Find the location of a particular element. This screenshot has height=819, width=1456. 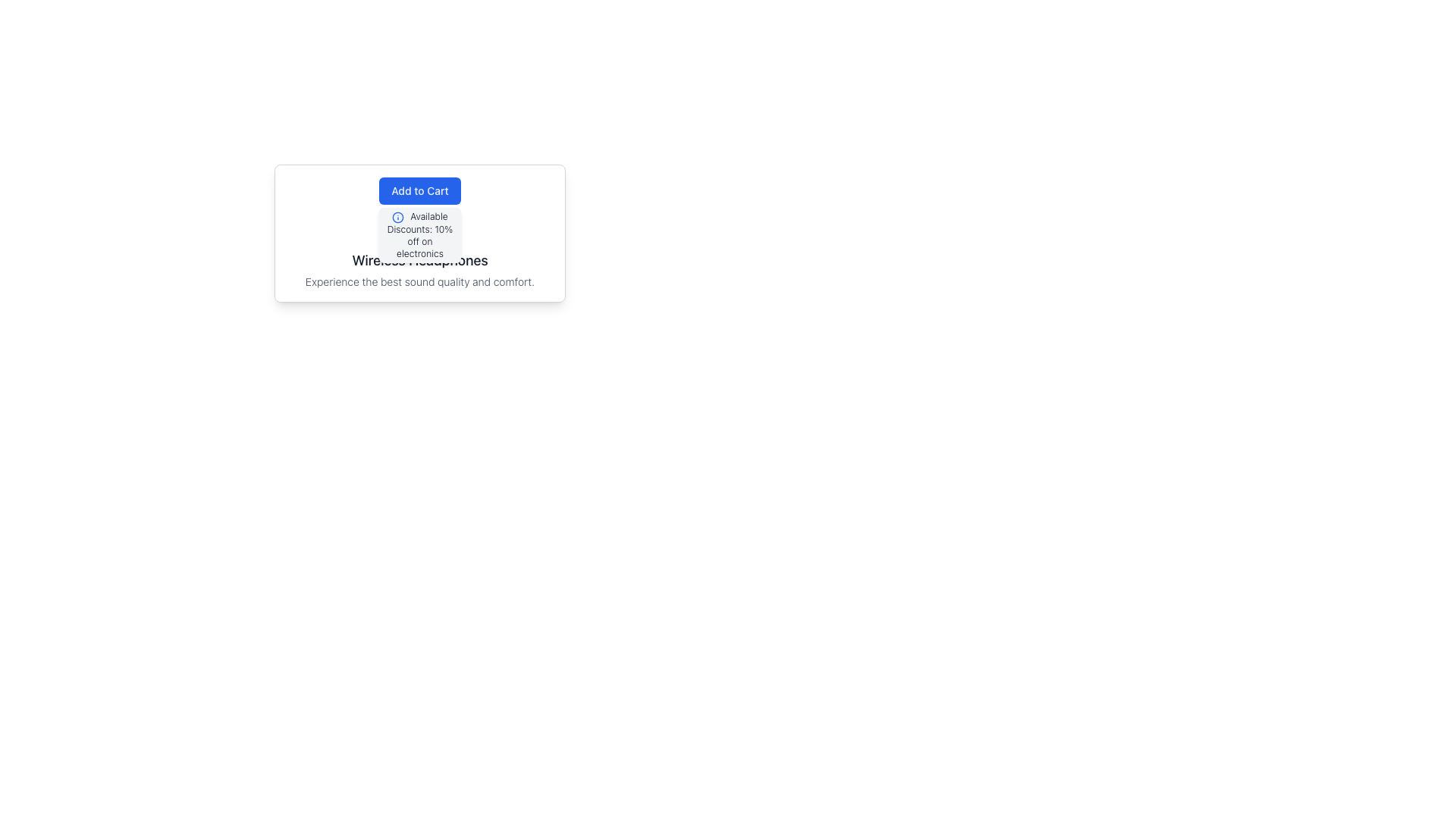

the tooltip that provides additional details regarding the 'Add to Cart' action, which is located directly below the 'Add to Cart' button is located at coordinates (419, 234).